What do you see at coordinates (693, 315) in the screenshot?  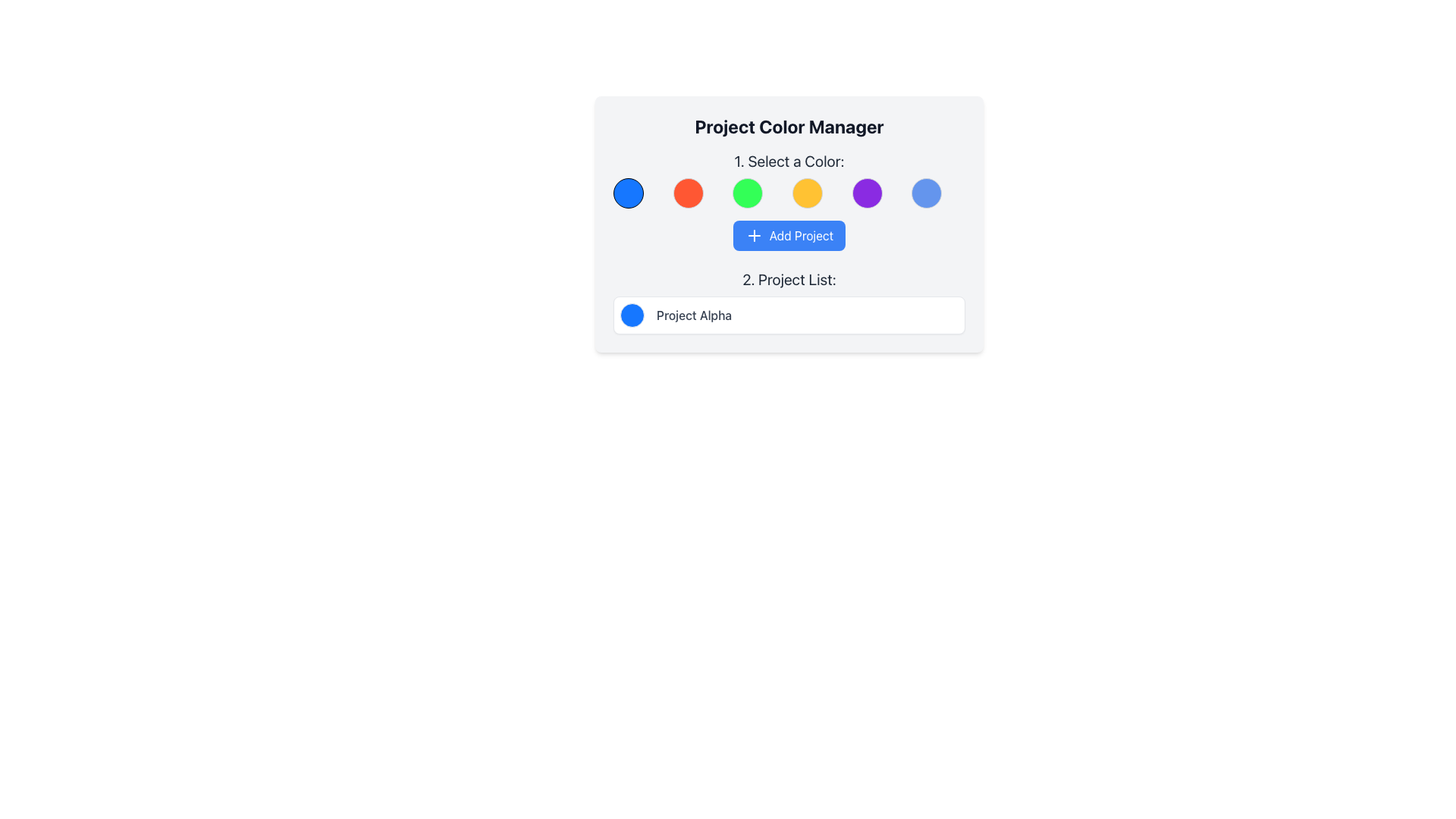 I see `the text label that identifies a project within the project list, located to the right of a blue circular icon` at bounding box center [693, 315].